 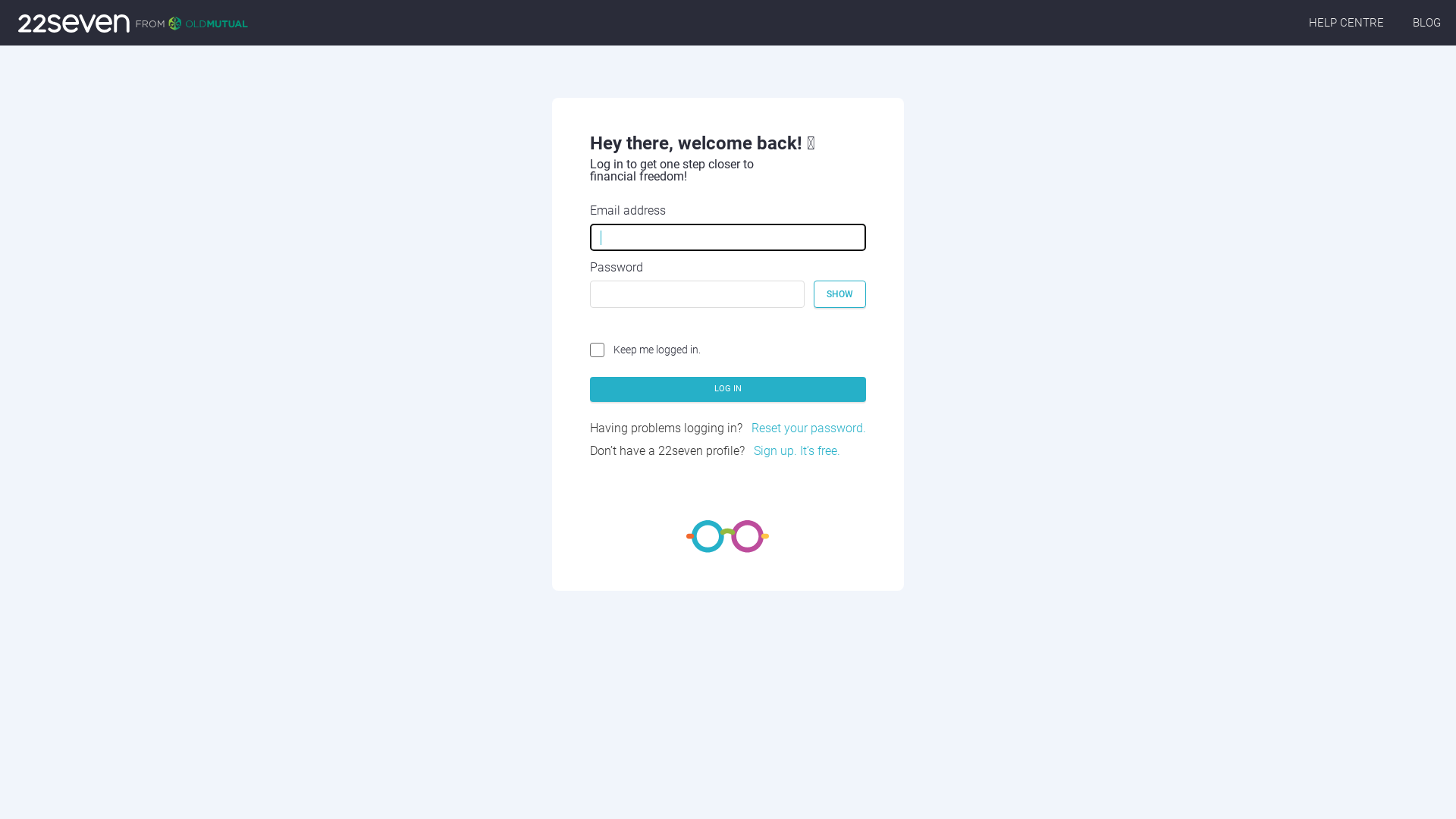 I want to click on 'SHOW', so click(x=813, y=294).